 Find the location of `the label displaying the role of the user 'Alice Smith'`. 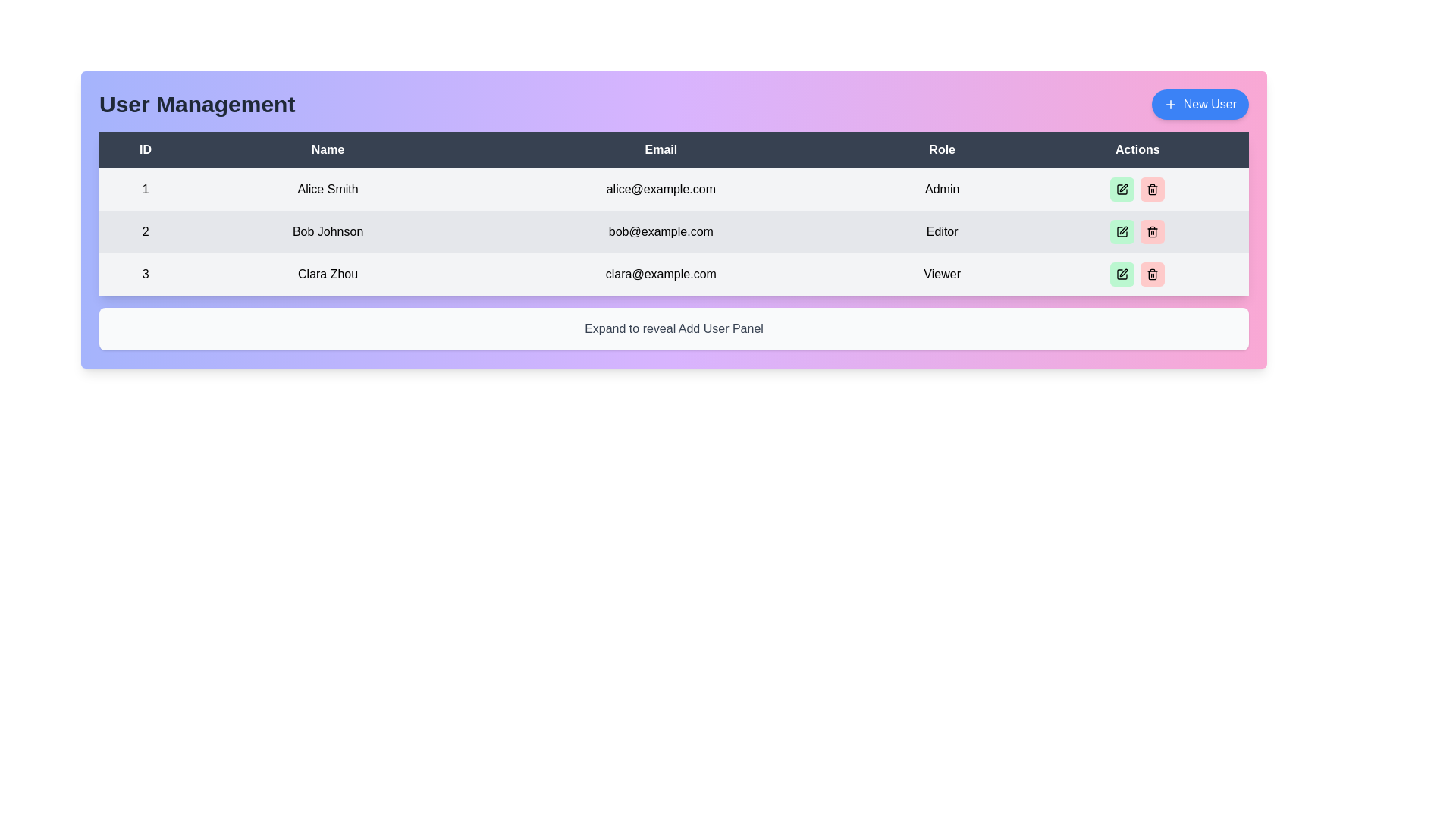

the label displaying the role of the user 'Alice Smith' is located at coordinates (941, 189).